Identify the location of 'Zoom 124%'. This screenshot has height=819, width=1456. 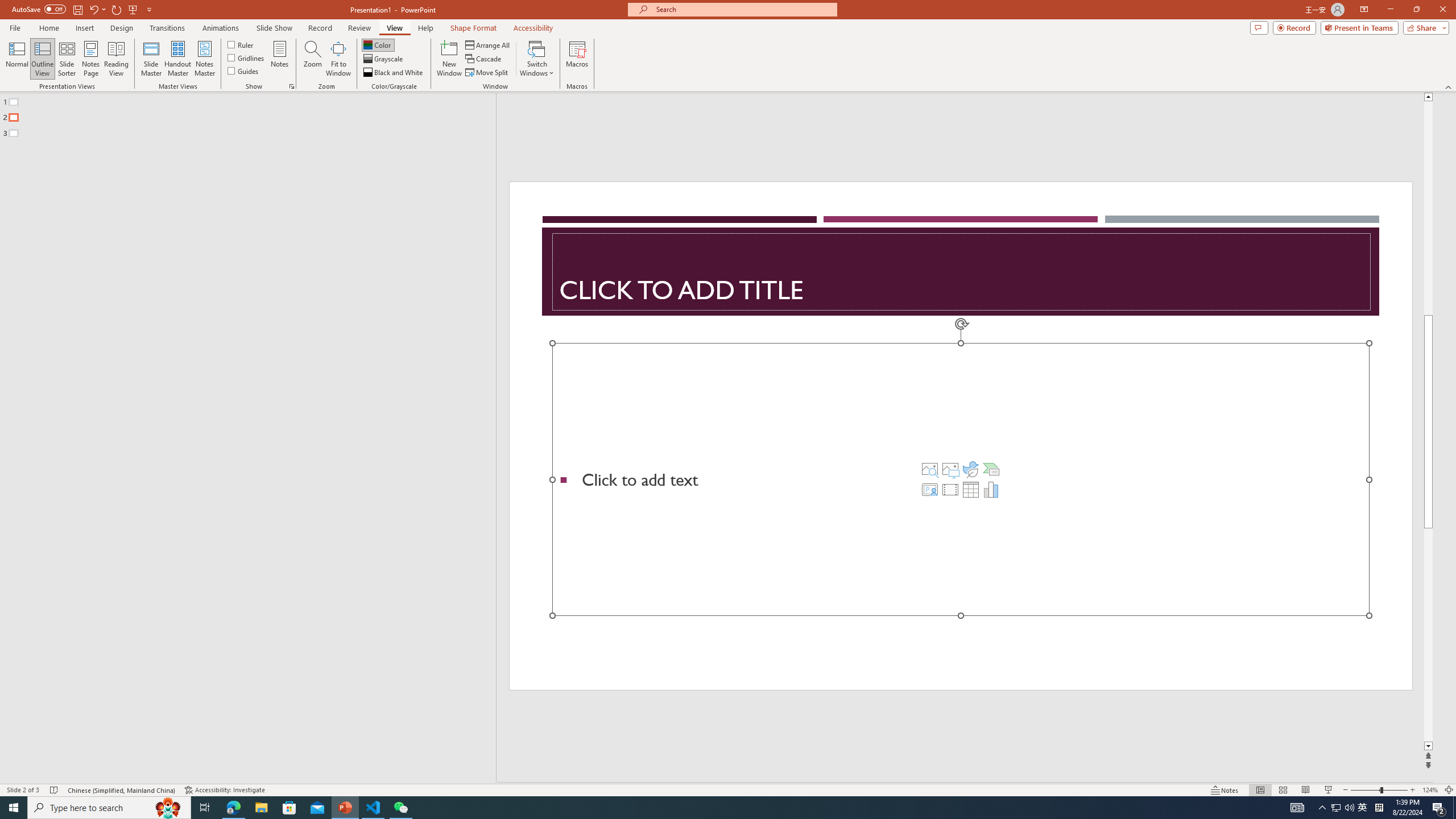
(1430, 790).